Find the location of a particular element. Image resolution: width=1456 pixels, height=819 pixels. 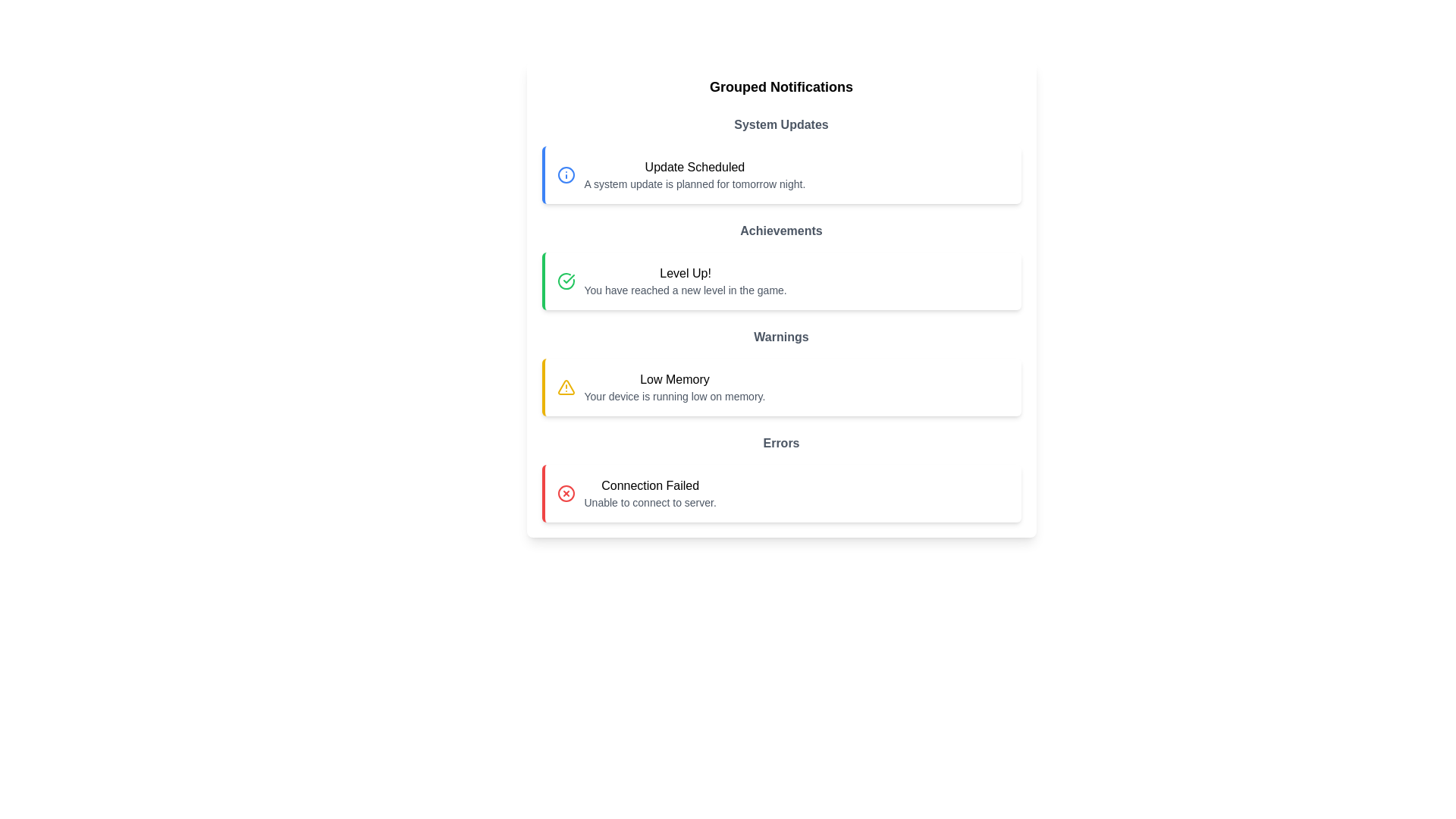

the Notification Card marked with 'Achievements' that contains the message 'Level Up!' and is located in the center-left portion of the interface is located at coordinates (781, 265).